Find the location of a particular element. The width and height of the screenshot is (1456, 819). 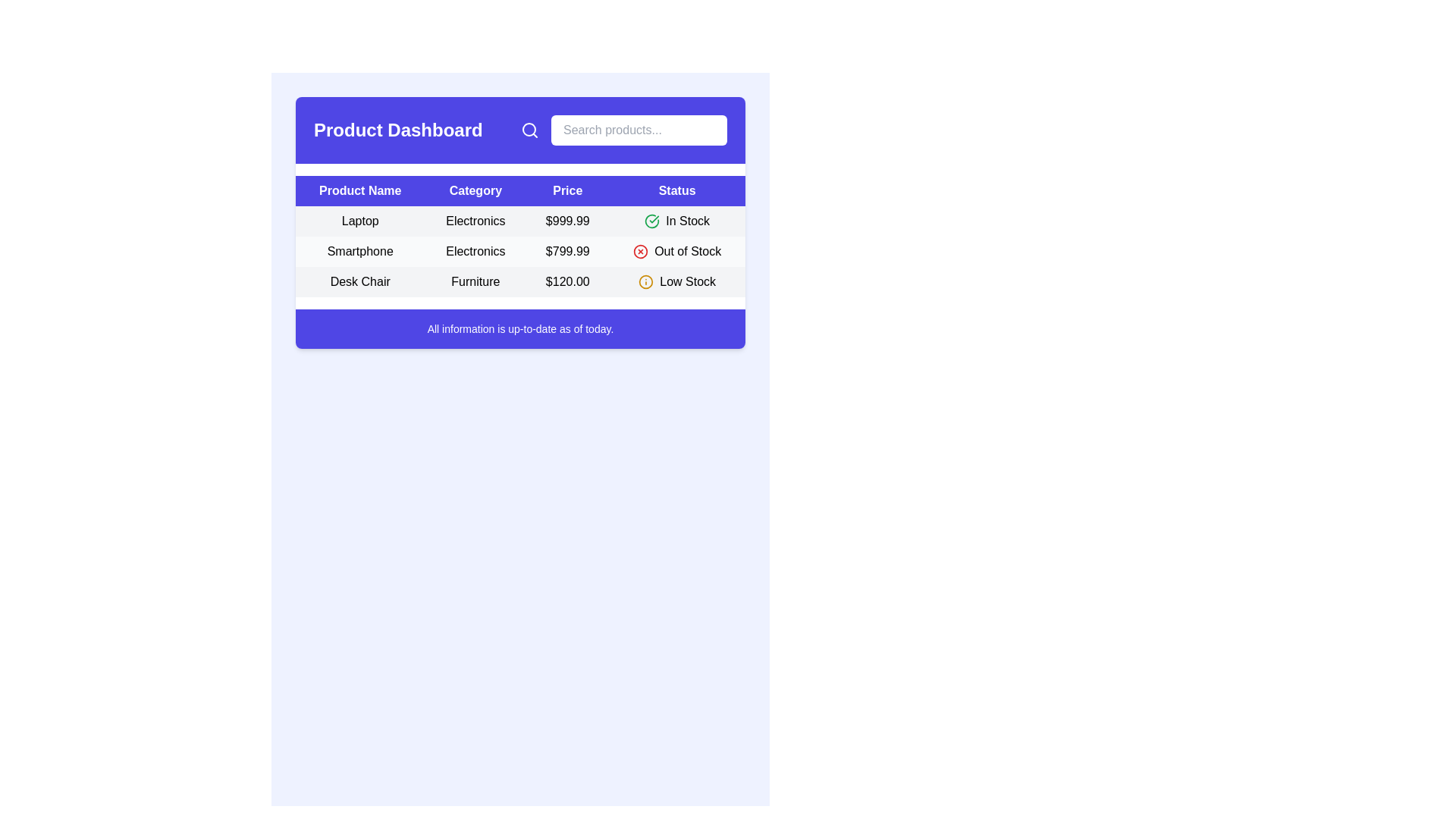

the 'Status' column header label in the table, which is the fourth column header located to the right of the 'Price' column is located at coordinates (676, 190).